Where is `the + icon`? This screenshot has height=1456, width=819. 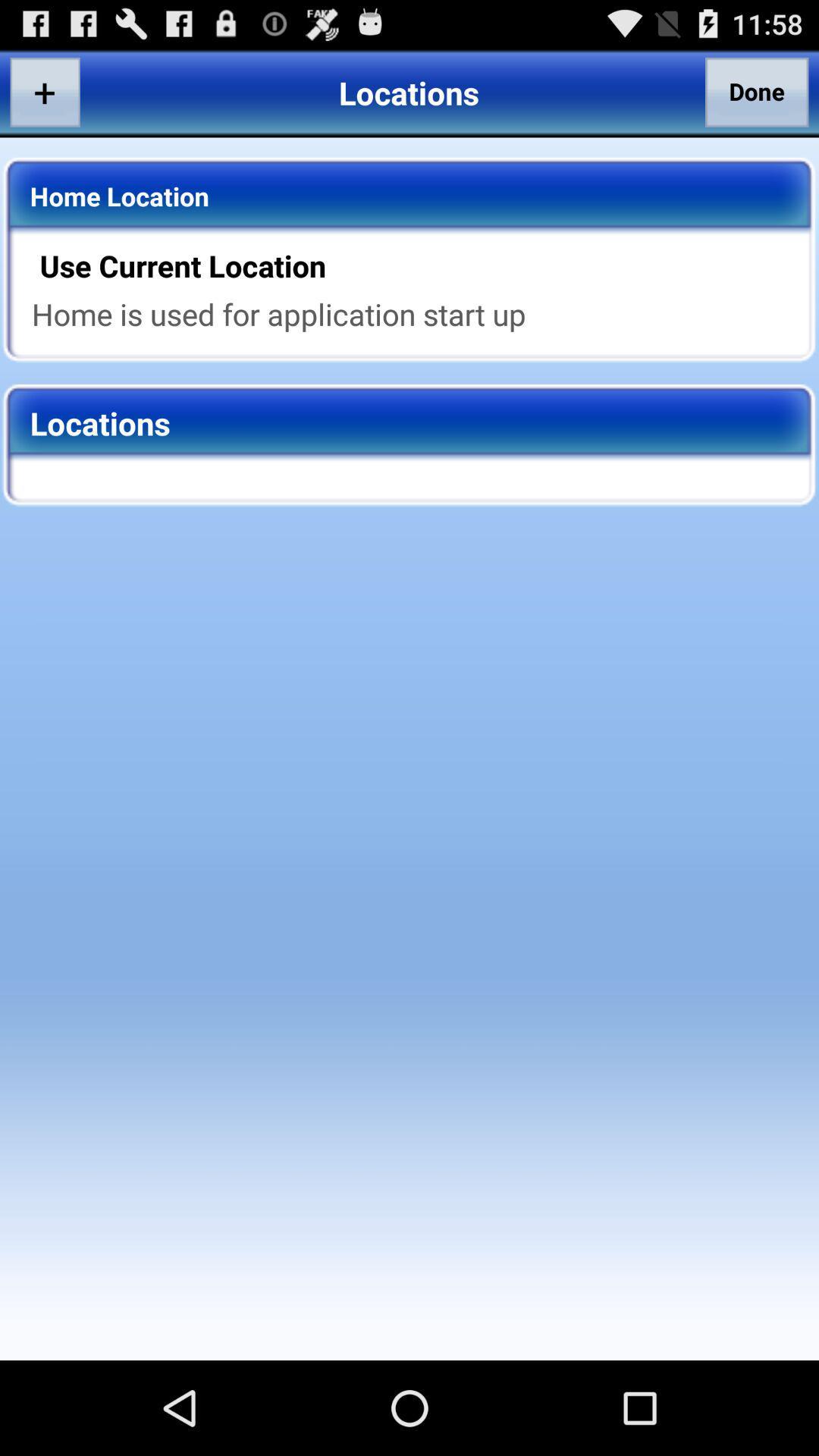 the + icon is located at coordinates (44, 91).